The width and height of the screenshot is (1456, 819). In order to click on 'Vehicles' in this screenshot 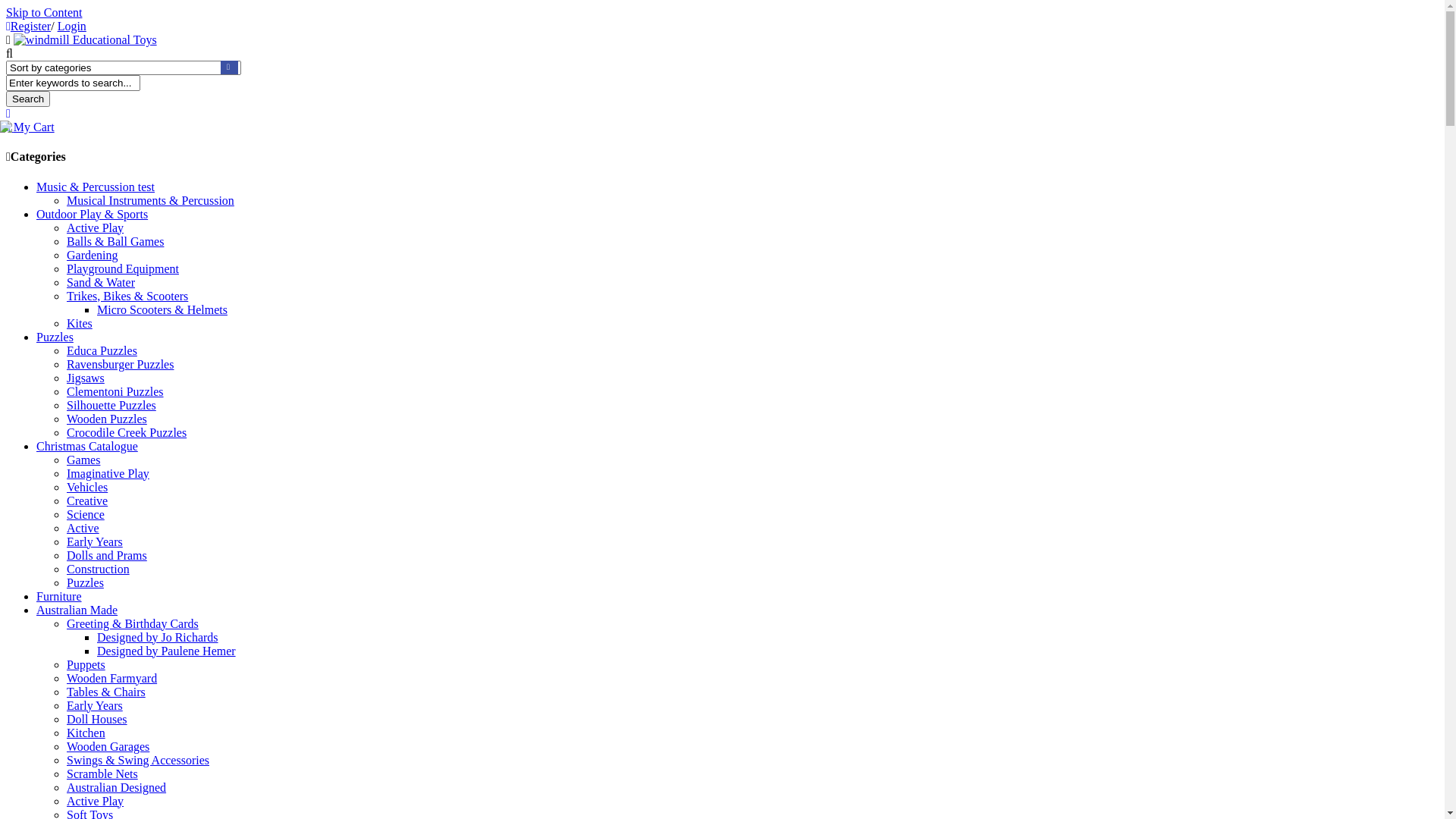, I will do `click(86, 487)`.